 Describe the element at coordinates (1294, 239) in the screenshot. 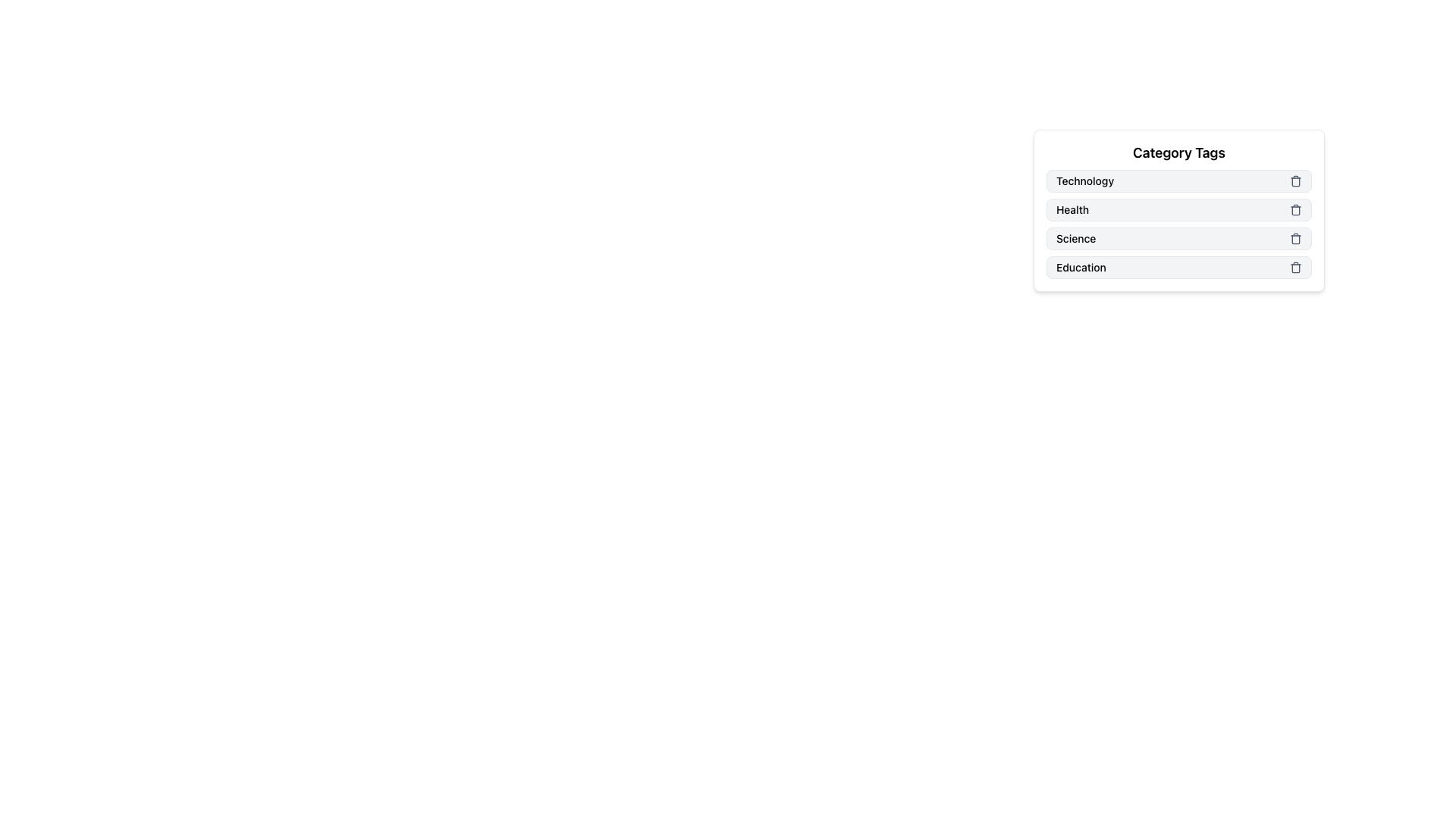

I see `the outlined gray trash can icon` at that location.